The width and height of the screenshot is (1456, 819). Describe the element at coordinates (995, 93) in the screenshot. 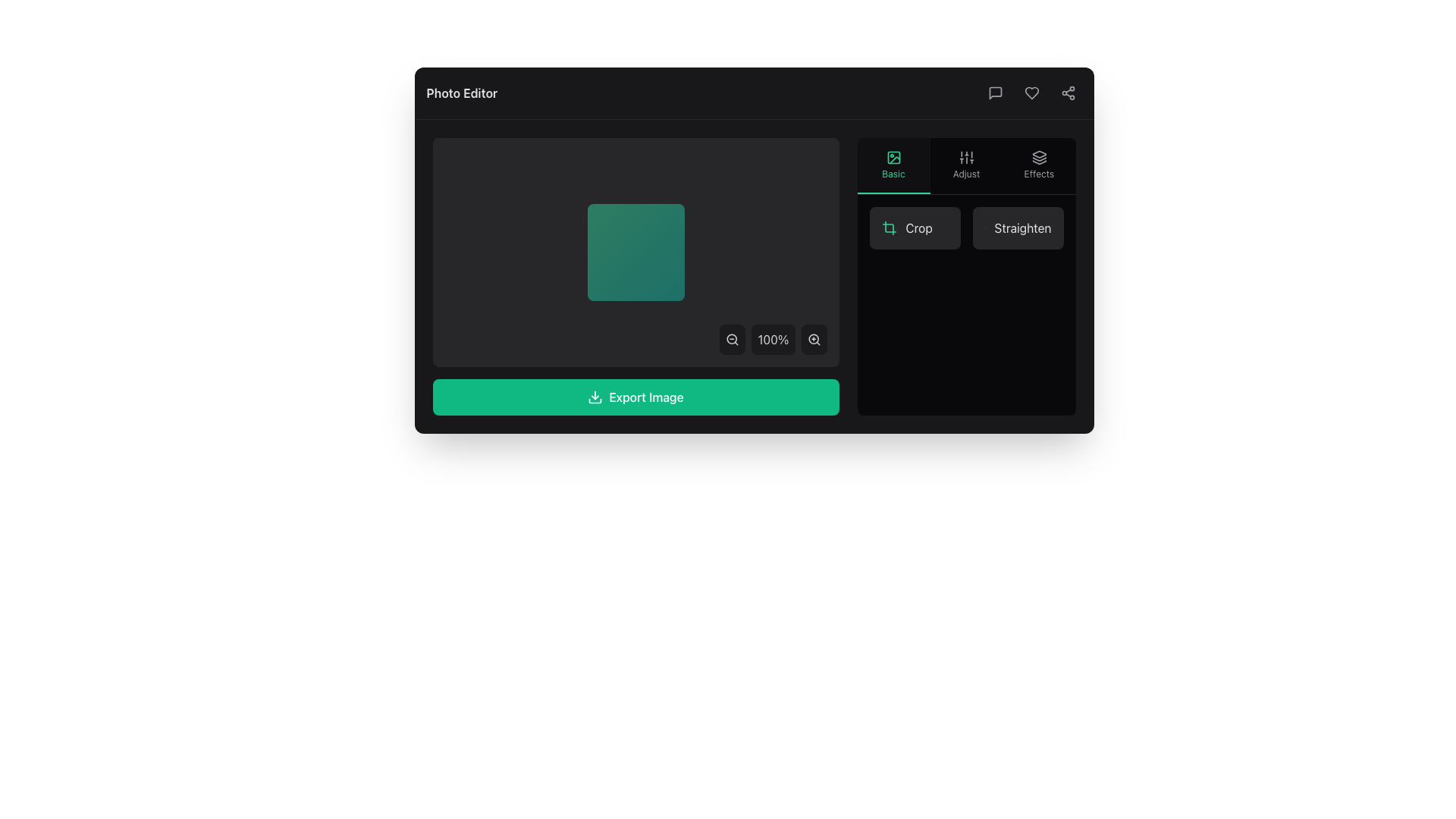

I see `the message indicator icon located in the top-right section of the application's header bar` at that location.